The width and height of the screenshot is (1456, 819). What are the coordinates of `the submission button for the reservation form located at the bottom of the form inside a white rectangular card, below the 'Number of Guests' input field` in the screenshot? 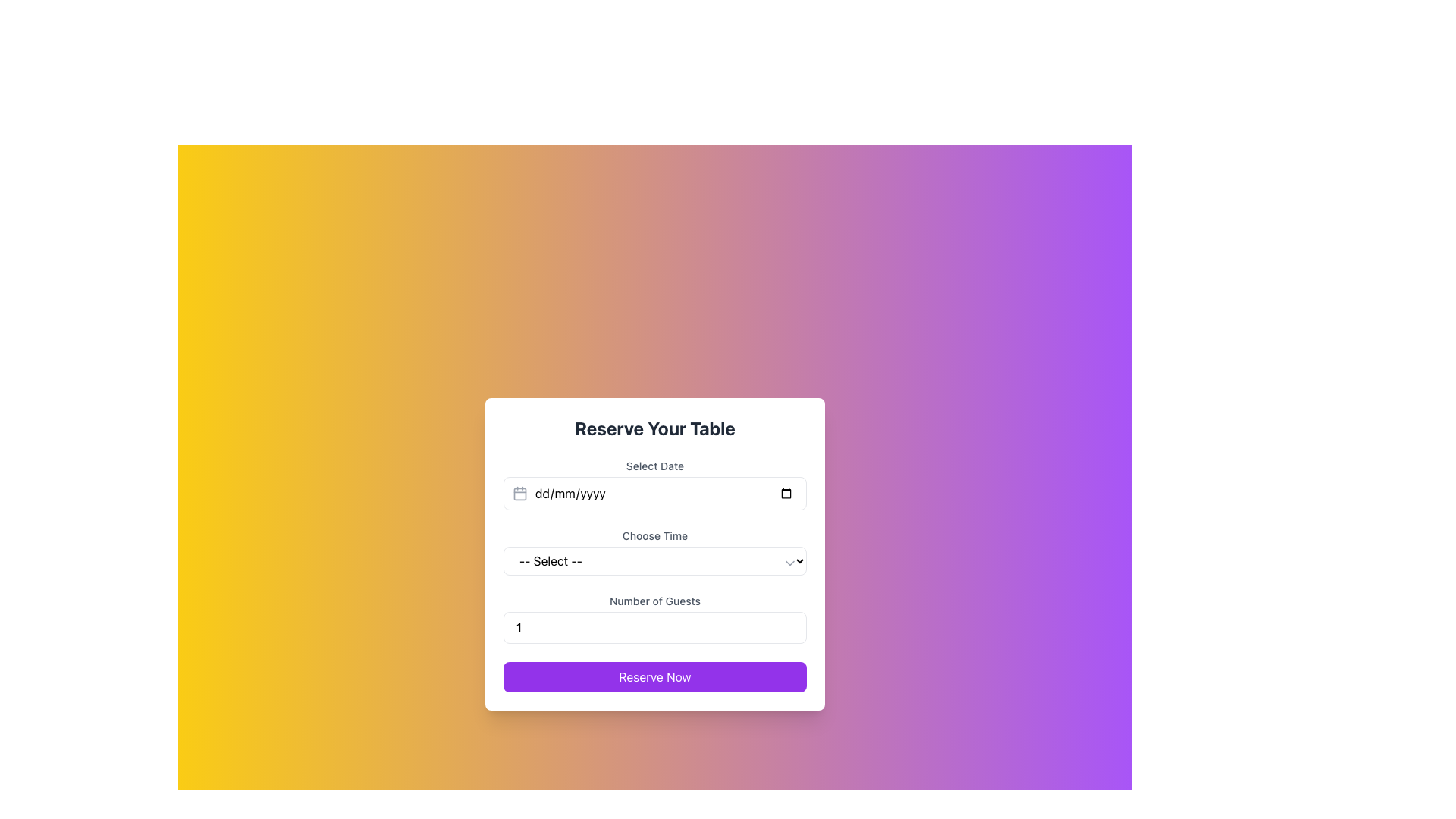 It's located at (655, 676).